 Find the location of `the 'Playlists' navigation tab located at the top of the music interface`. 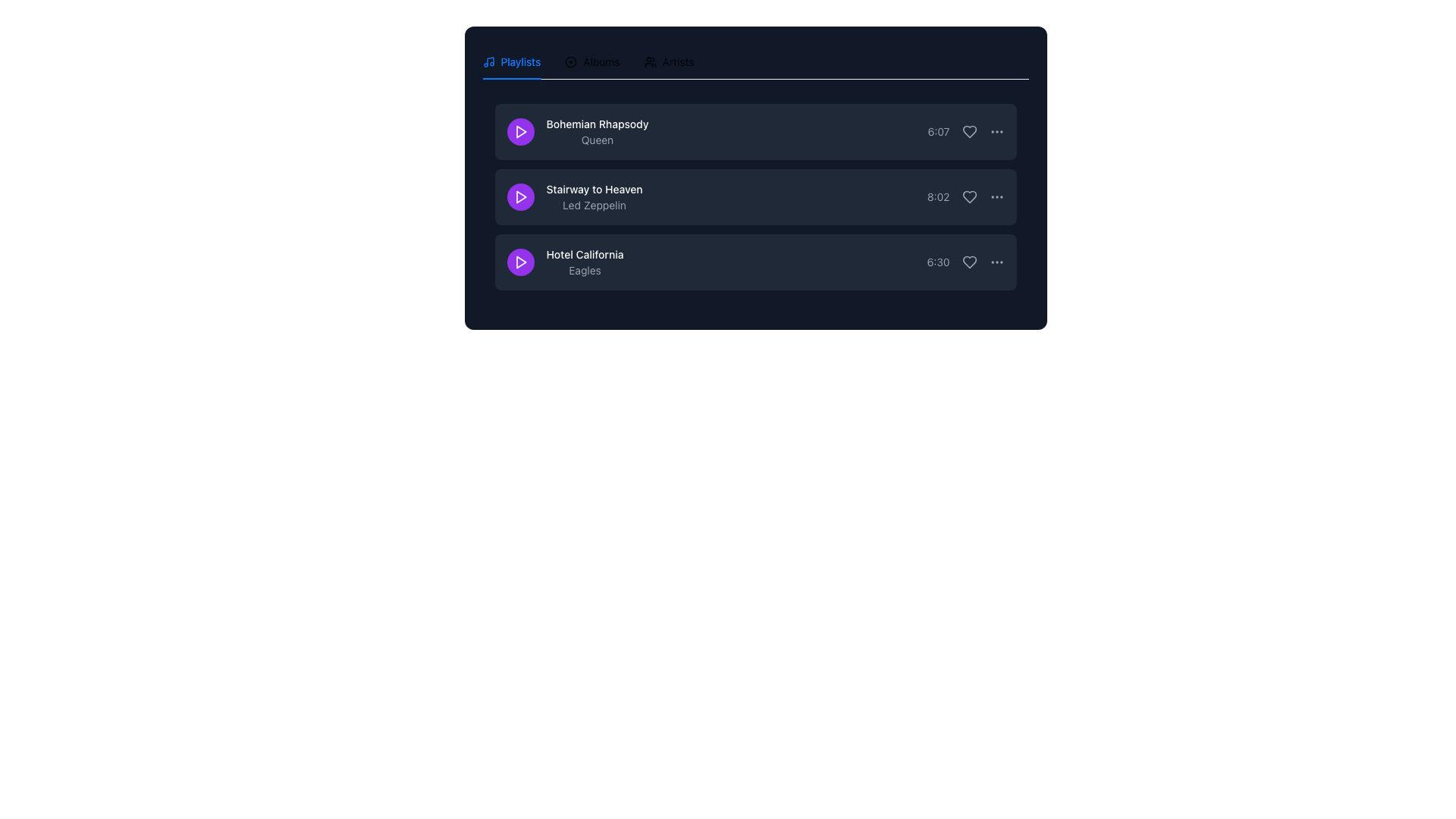

the 'Playlists' navigation tab located at the top of the music interface is located at coordinates (511, 61).